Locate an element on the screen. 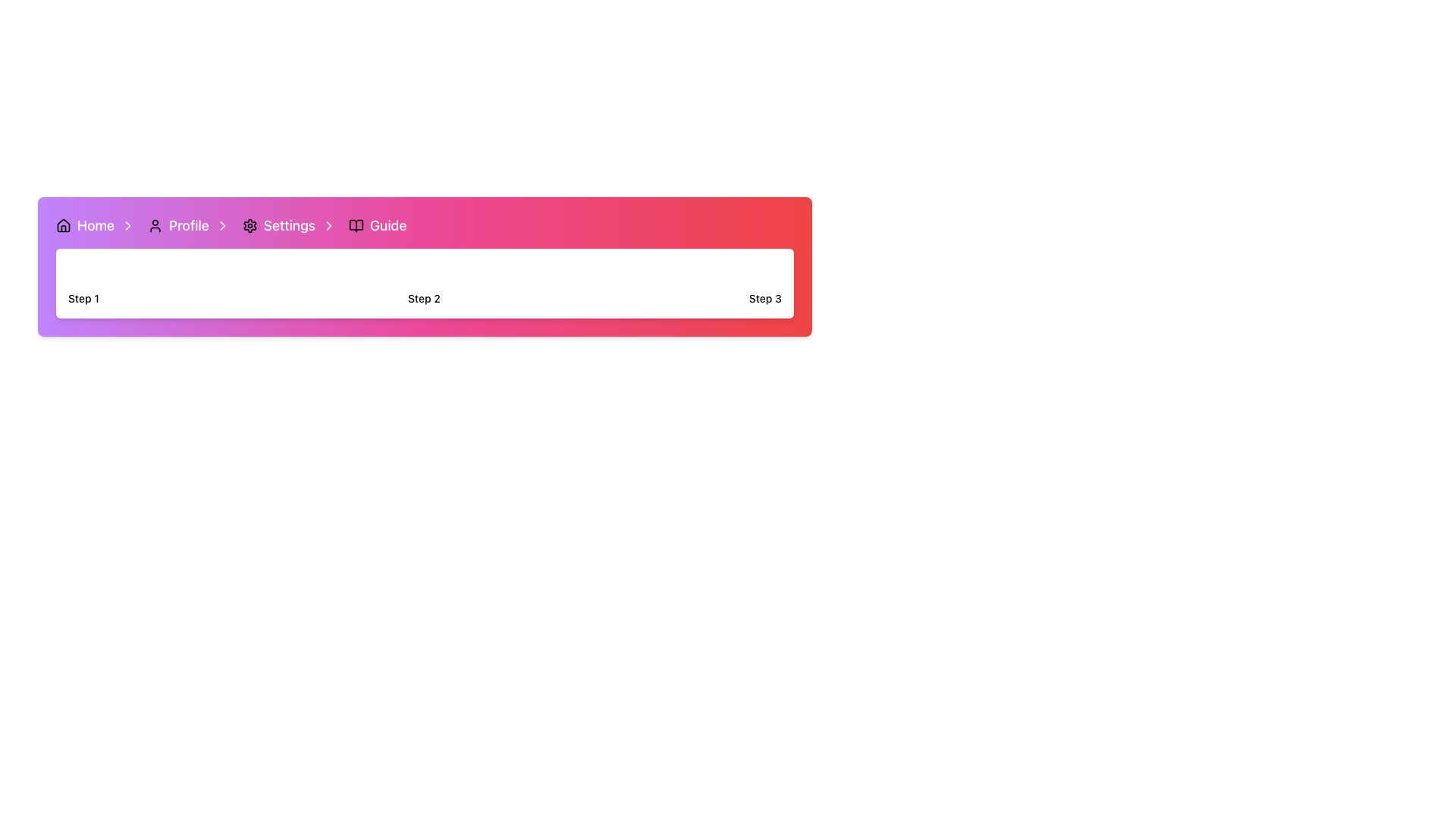 This screenshot has height=819, width=1456. the 'Settings' navigation item, which is the third item from the left in the navigation bar is located at coordinates (289, 225).